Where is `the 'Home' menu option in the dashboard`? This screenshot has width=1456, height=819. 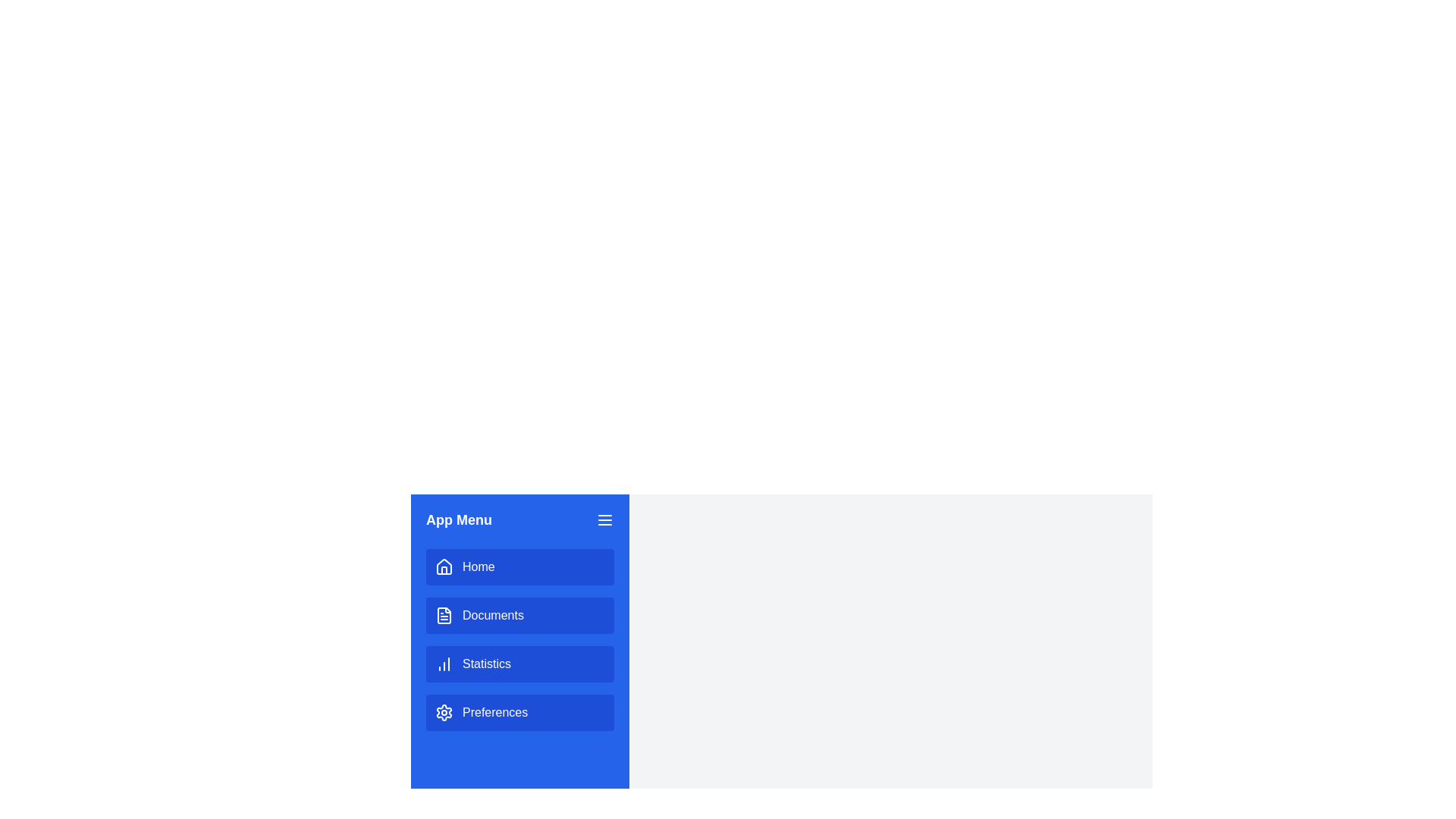 the 'Home' menu option in the dashboard is located at coordinates (520, 567).